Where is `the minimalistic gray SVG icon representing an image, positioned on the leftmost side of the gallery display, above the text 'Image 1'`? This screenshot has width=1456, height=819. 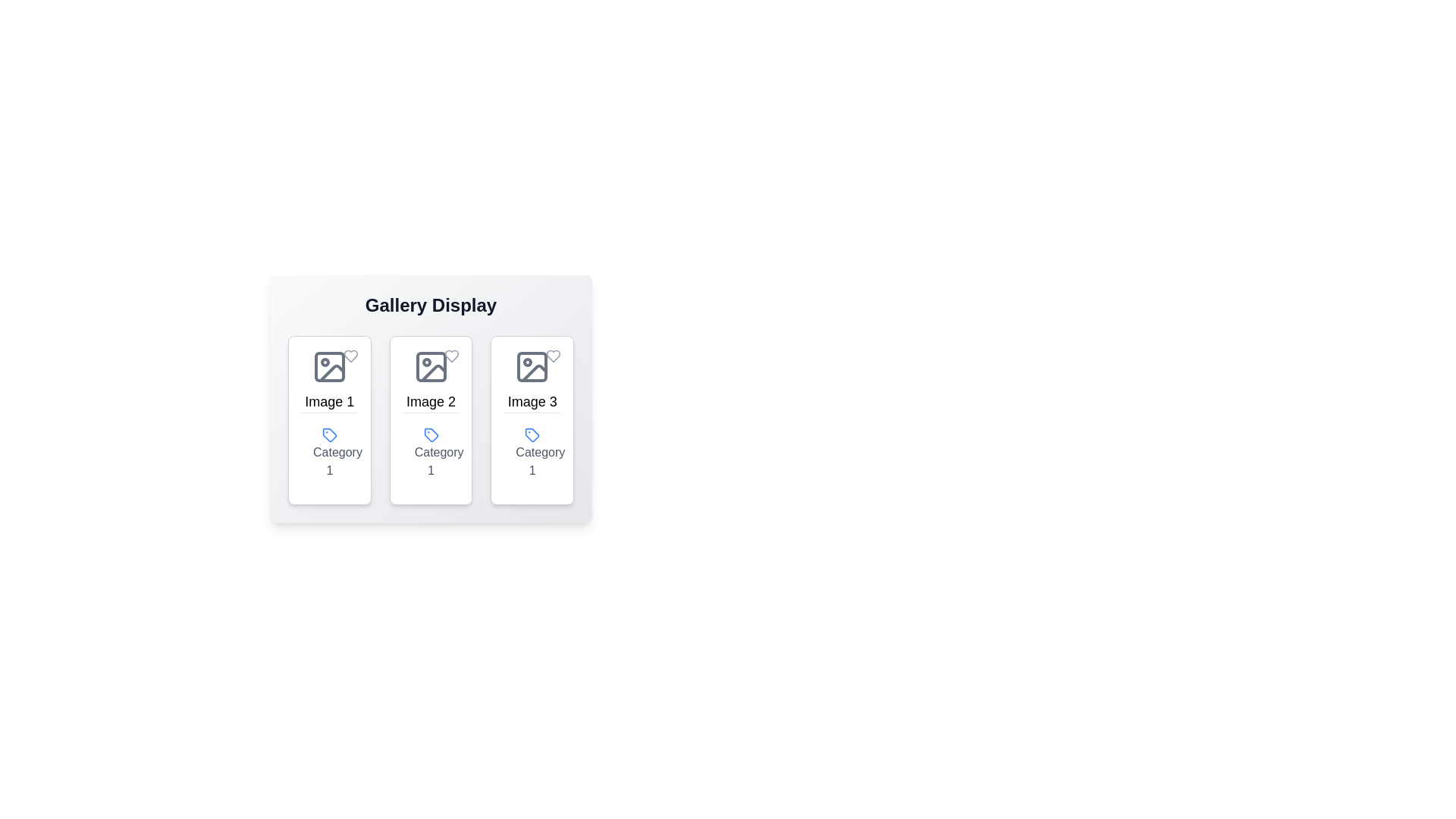
the minimalistic gray SVG icon representing an image, positioned on the leftmost side of the gallery display, above the text 'Image 1' is located at coordinates (328, 366).